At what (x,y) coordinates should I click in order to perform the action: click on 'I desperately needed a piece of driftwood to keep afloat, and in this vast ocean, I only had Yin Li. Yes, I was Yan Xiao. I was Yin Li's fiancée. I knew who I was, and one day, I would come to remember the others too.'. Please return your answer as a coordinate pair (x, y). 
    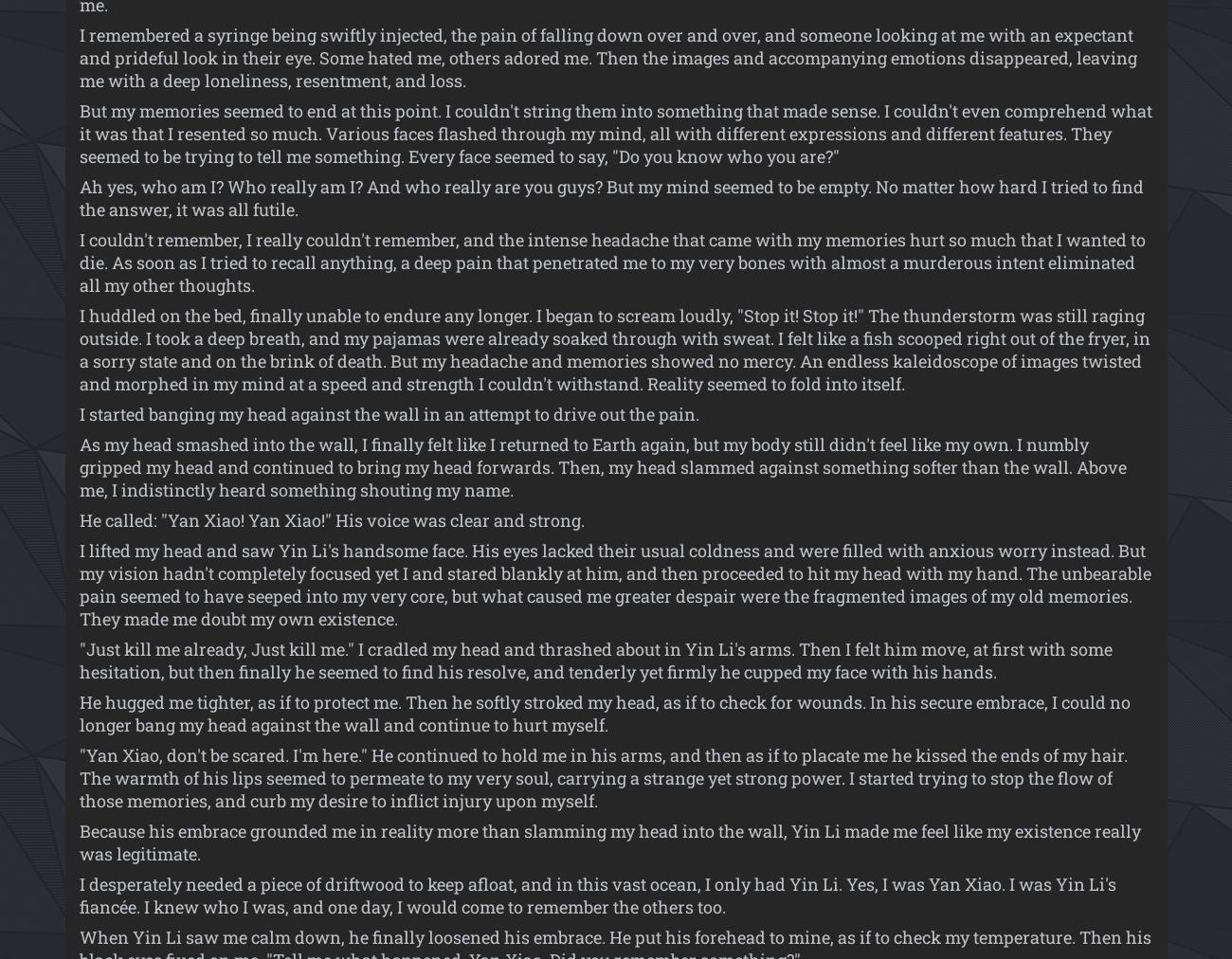
    Looking at the image, I should click on (596, 896).